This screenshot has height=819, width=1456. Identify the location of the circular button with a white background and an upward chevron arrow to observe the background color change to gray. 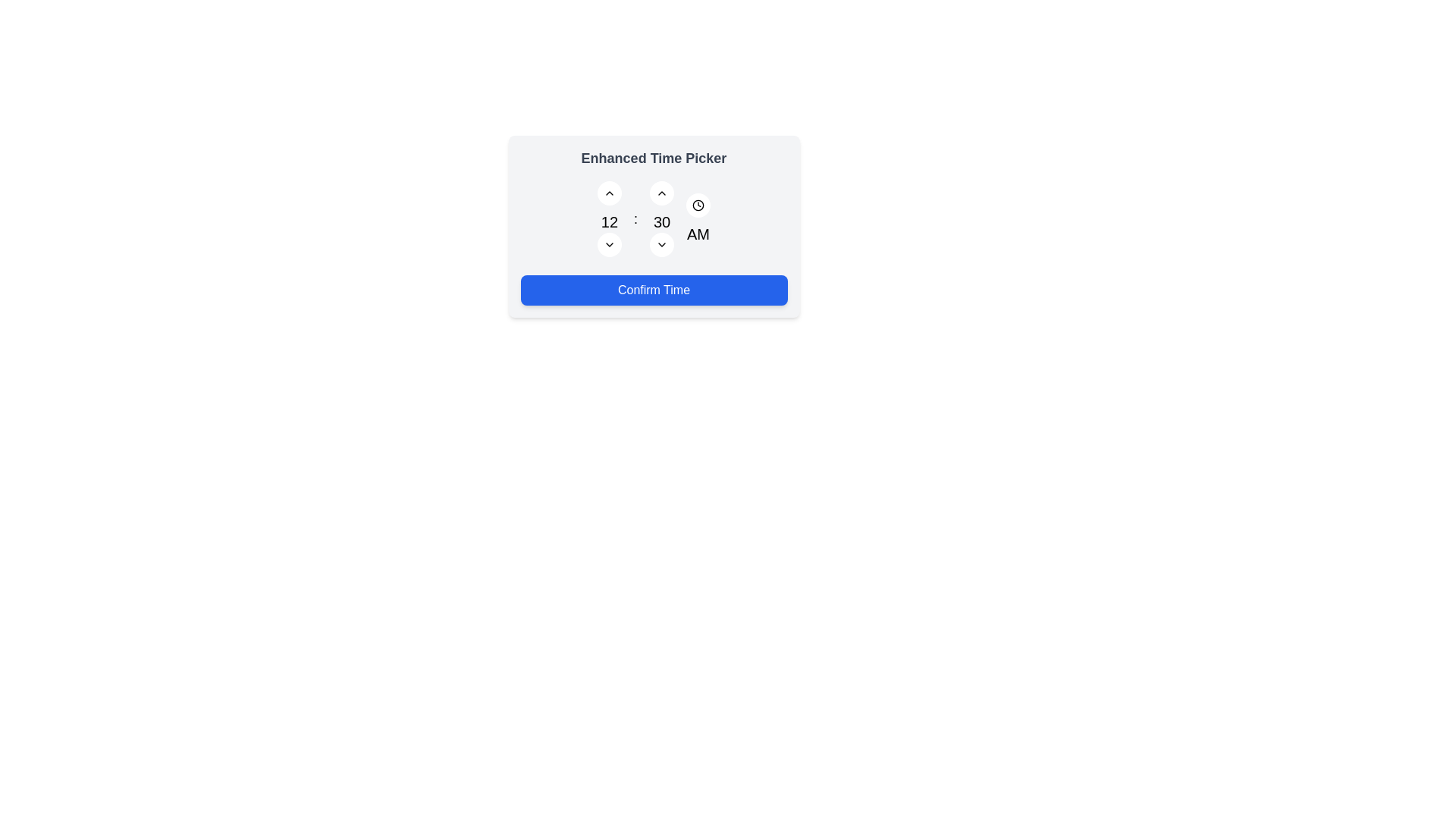
(662, 192).